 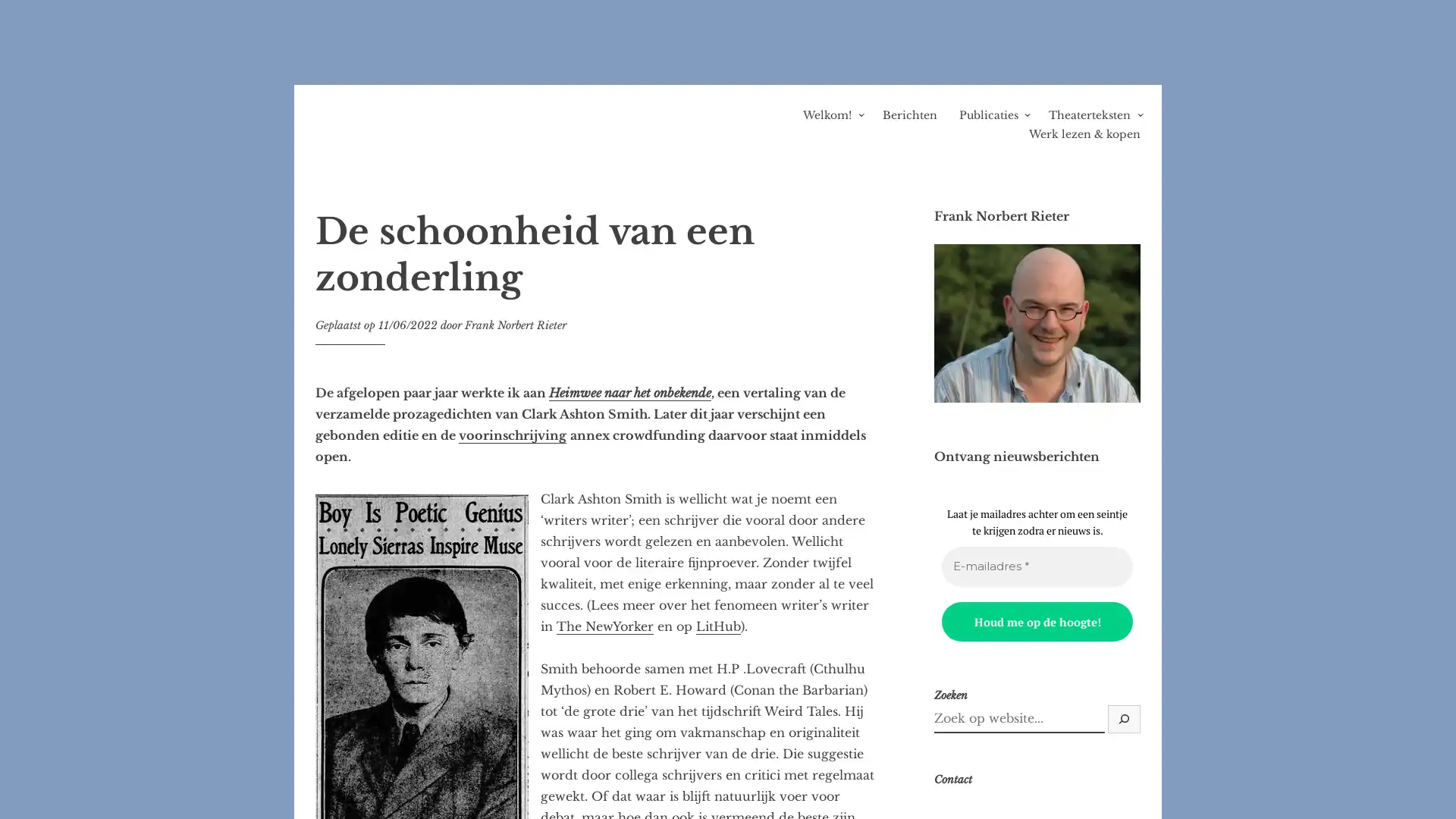 What do you see at coordinates (1037, 621) in the screenshot?
I see `Houd me op de hoogte!` at bounding box center [1037, 621].